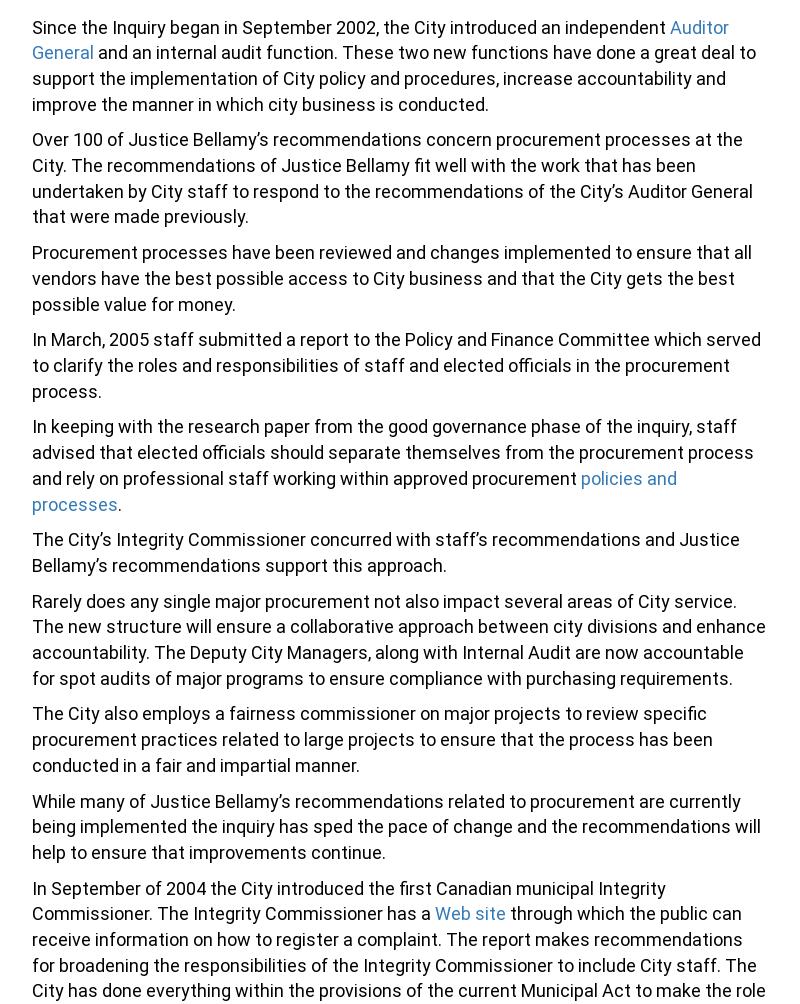 This screenshot has height=1004, width=800. What do you see at coordinates (470, 912) in the screenshot?
I see `'Web site'` at bounding box center [470, 912].